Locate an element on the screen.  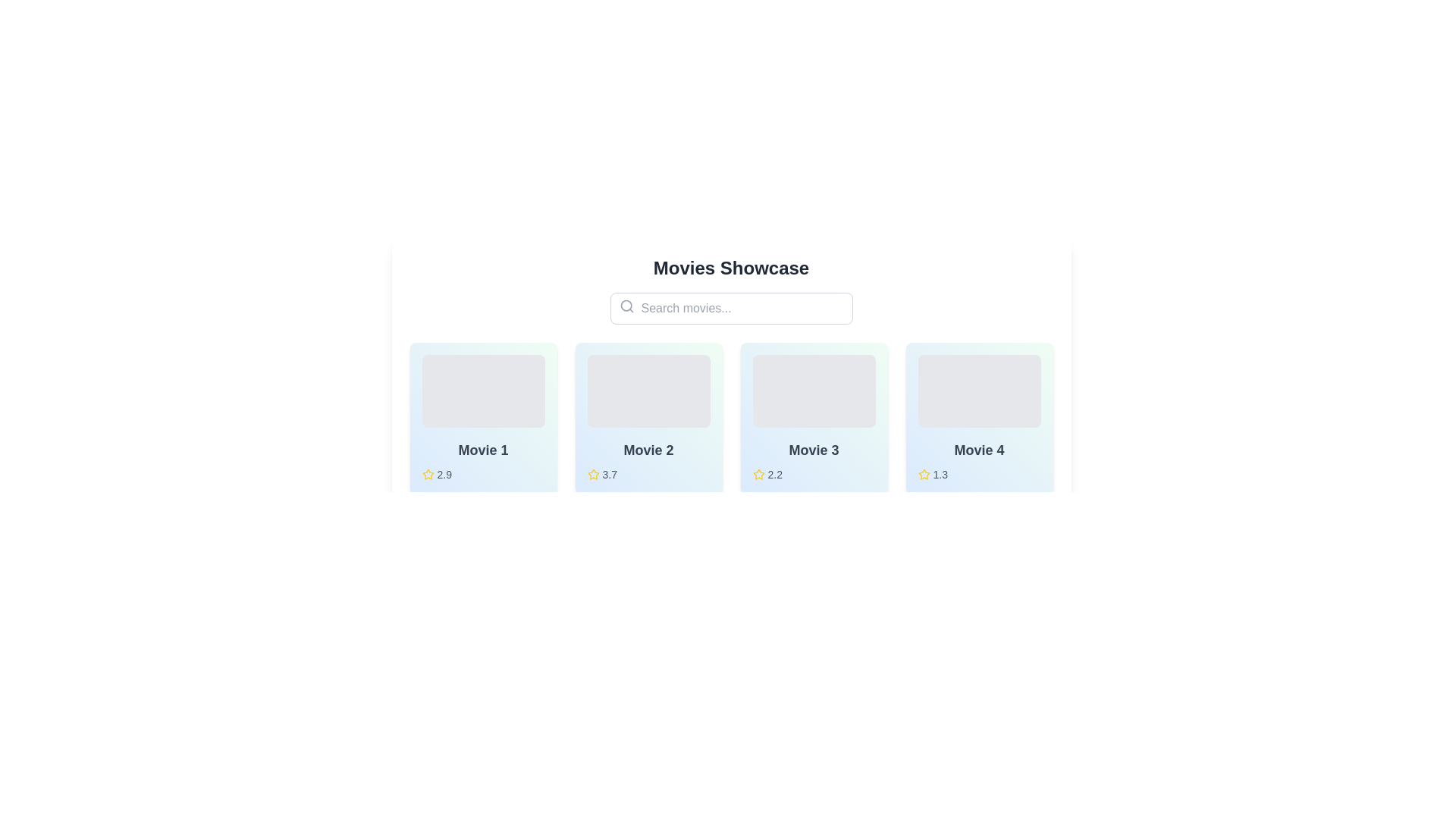
the movie card that displays the title and rating information, positioned in the fourth slot of the Movies Showcase section, immediately left of the Movie 3 card is located at coordinates (979, 418).